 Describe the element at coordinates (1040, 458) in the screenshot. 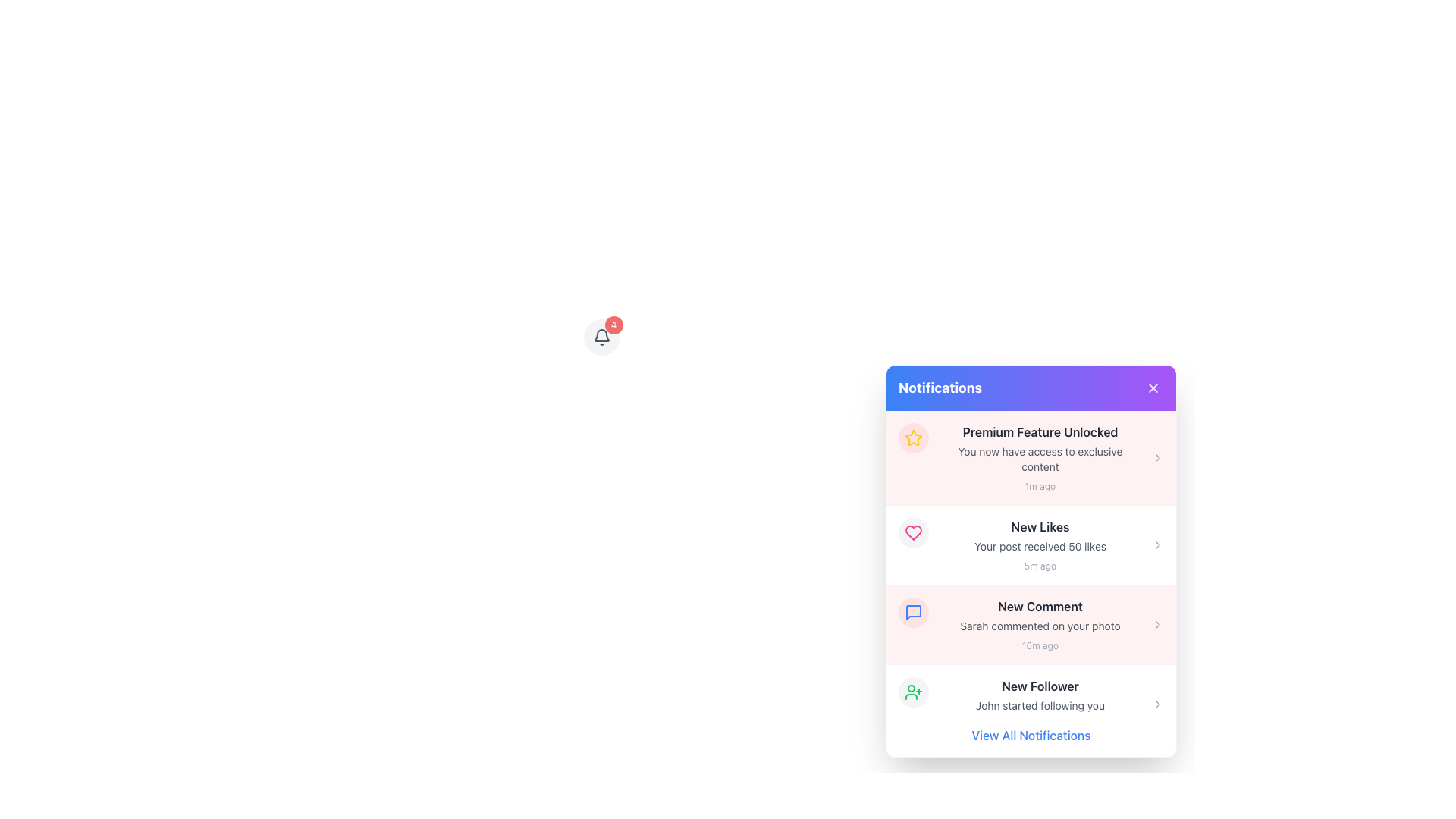

I see `the text label that reads 'You now have access to exclusive content.' located below the headline 'Premium Feature Unlocked' in the topmost notification item` at that location.